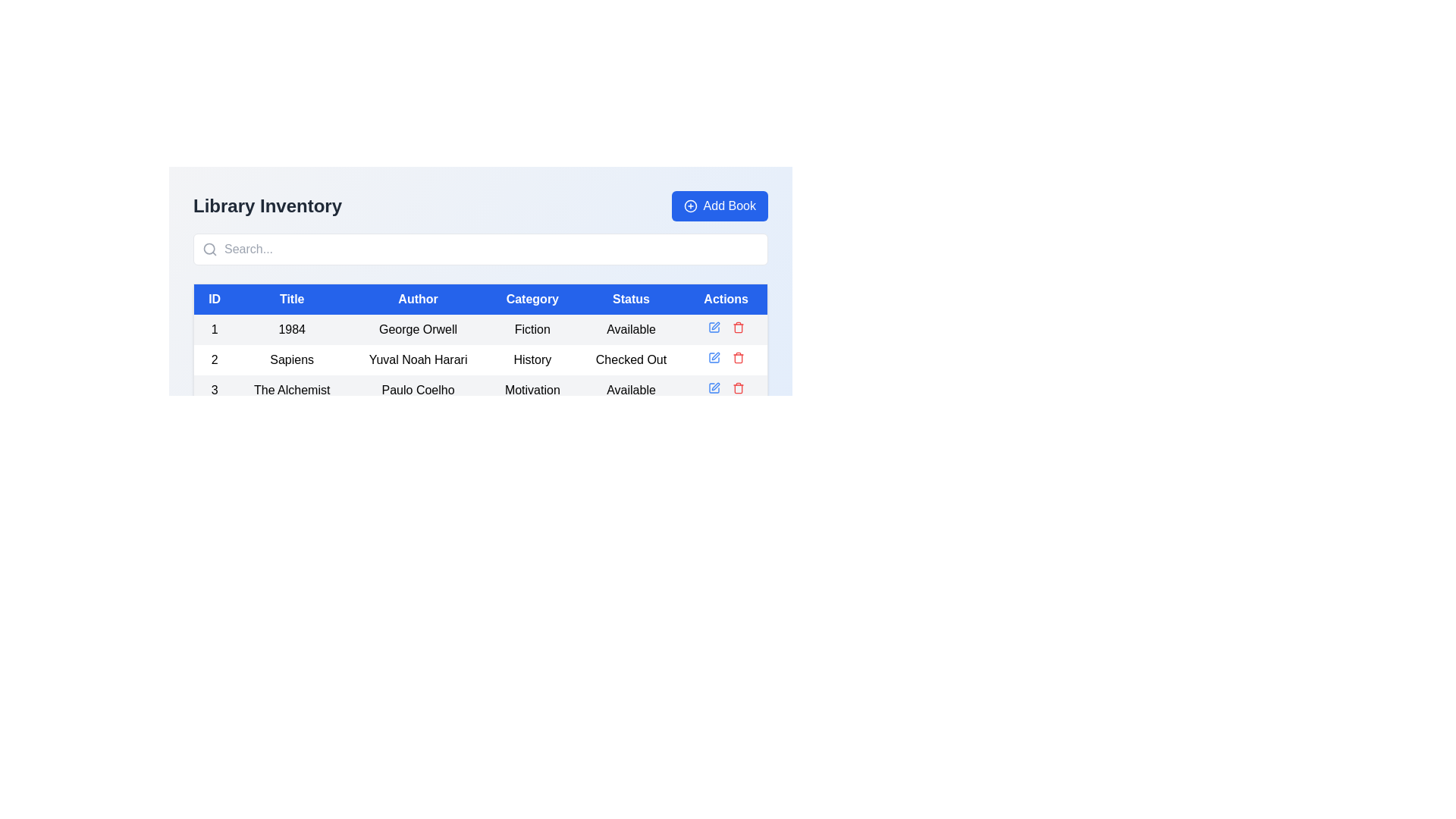  What do you see at coordinates (479, 390) in the screenshot?
I see `the third row of the table` at bounding box center [479, 390].